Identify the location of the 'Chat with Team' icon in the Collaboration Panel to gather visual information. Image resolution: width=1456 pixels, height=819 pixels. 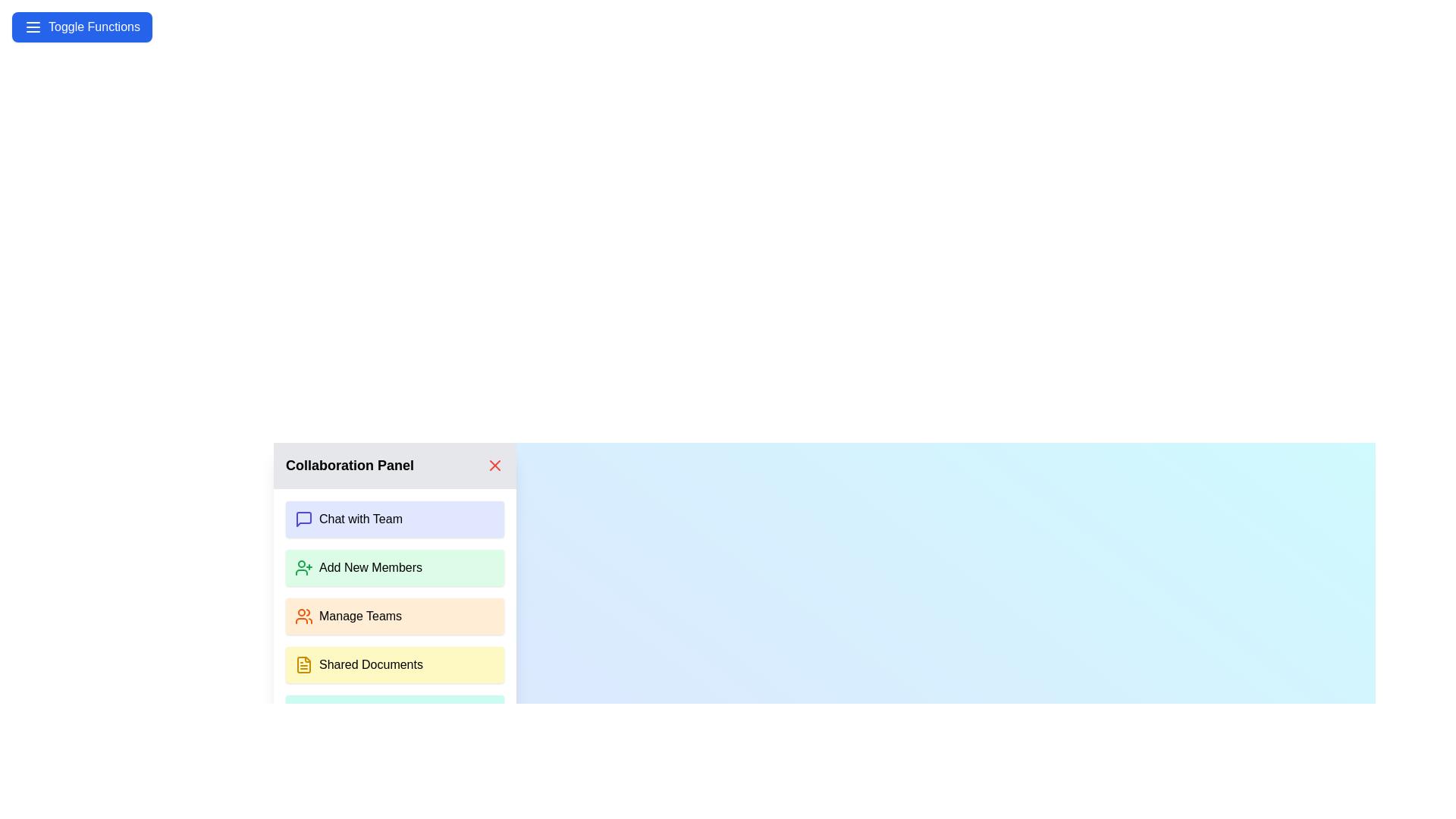
(303, 519).